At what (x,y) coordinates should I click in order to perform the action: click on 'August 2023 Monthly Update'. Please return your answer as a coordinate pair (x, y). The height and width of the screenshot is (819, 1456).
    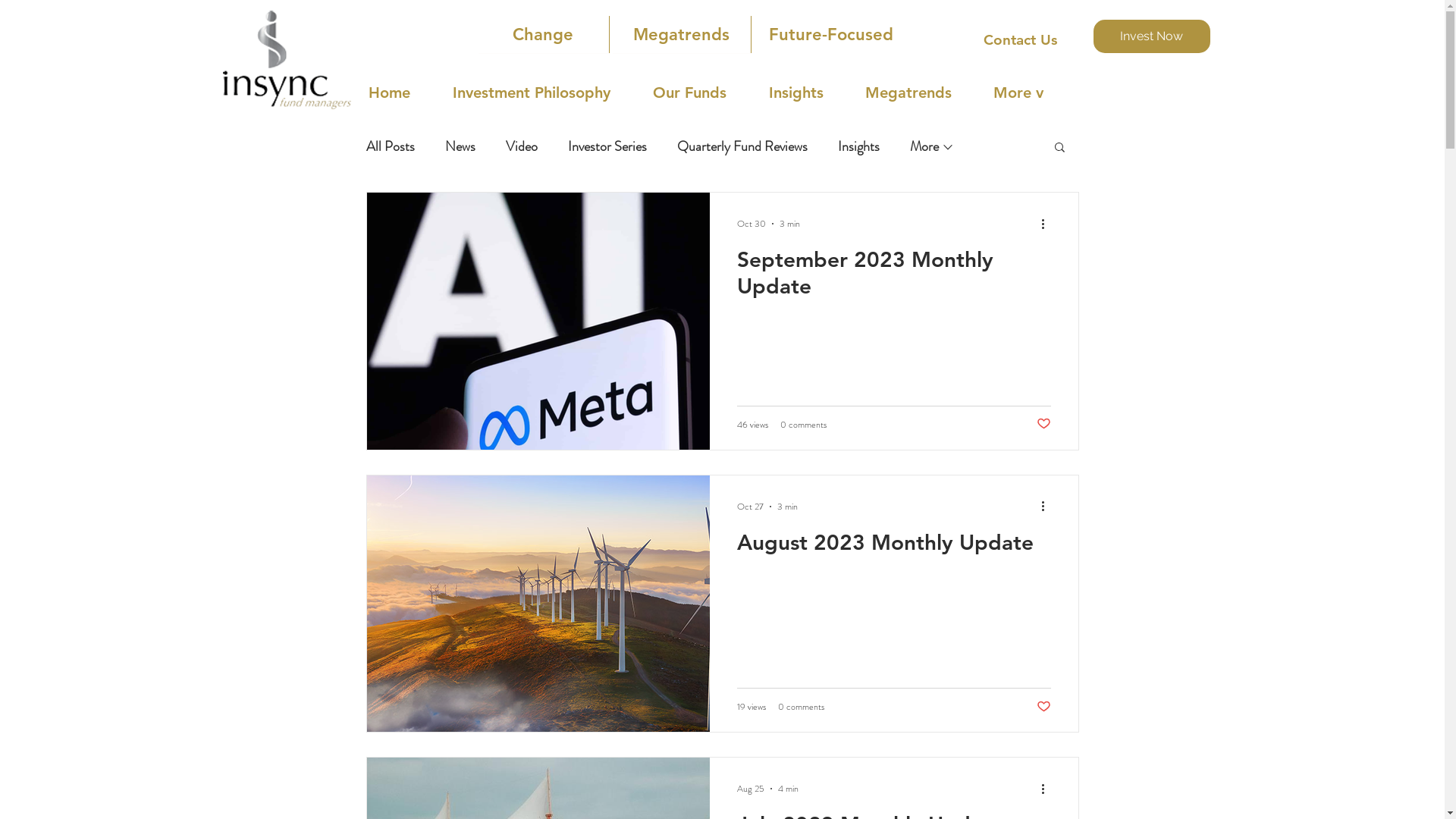
    Looking at the image, I should click on (894, 546).